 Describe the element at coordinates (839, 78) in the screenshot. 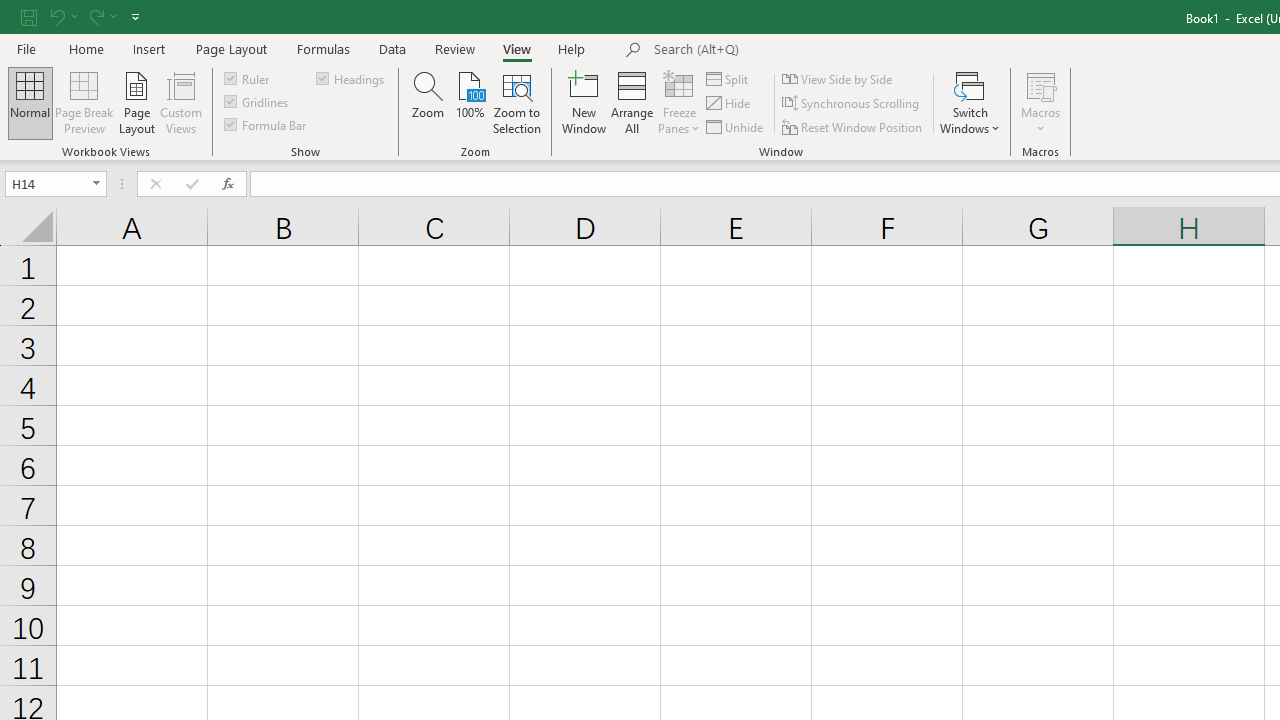

I see `'View Side by Side'` at that location.